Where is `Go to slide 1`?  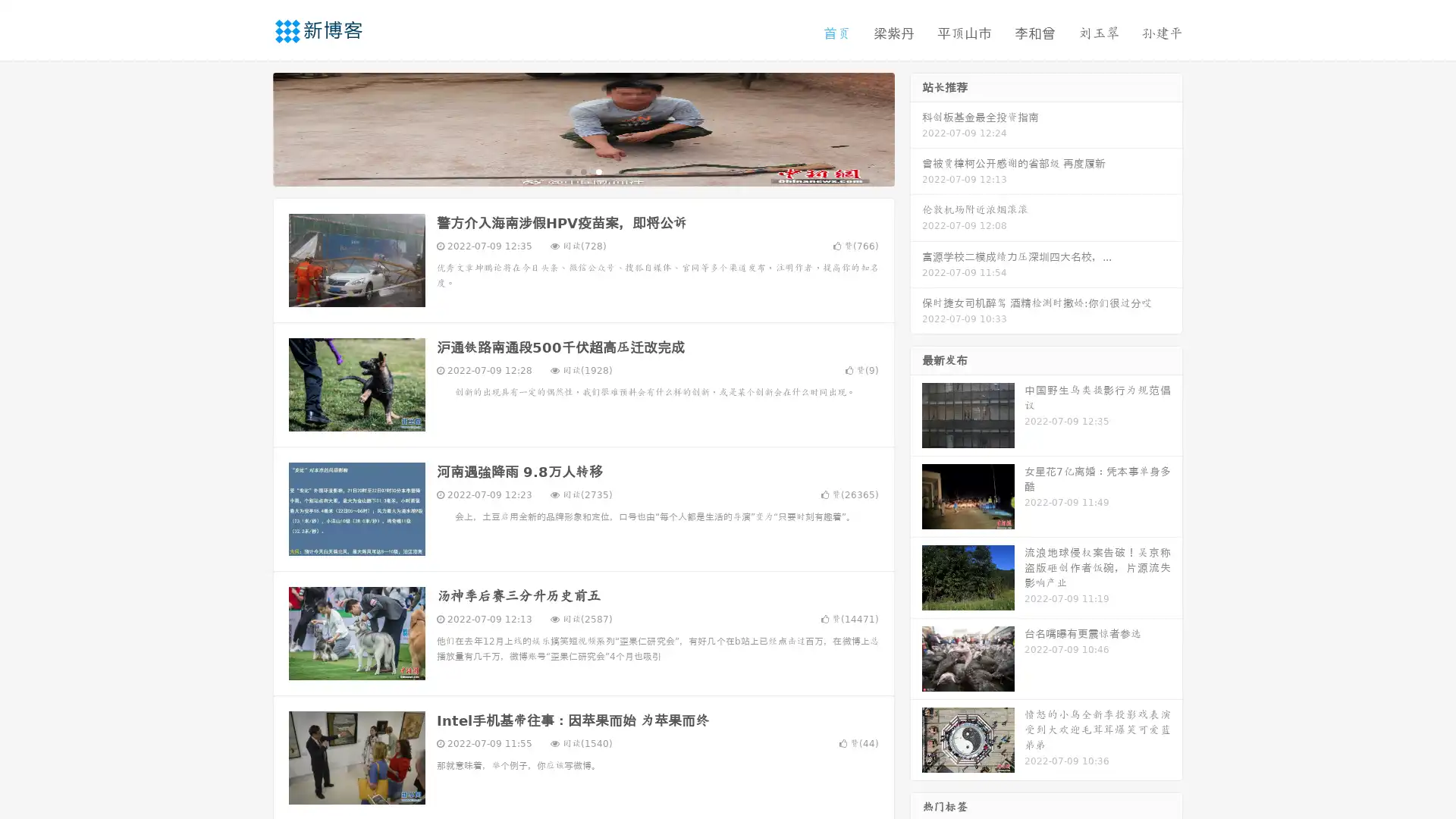 Go to slide 1 is located at coordinates (567, 171).